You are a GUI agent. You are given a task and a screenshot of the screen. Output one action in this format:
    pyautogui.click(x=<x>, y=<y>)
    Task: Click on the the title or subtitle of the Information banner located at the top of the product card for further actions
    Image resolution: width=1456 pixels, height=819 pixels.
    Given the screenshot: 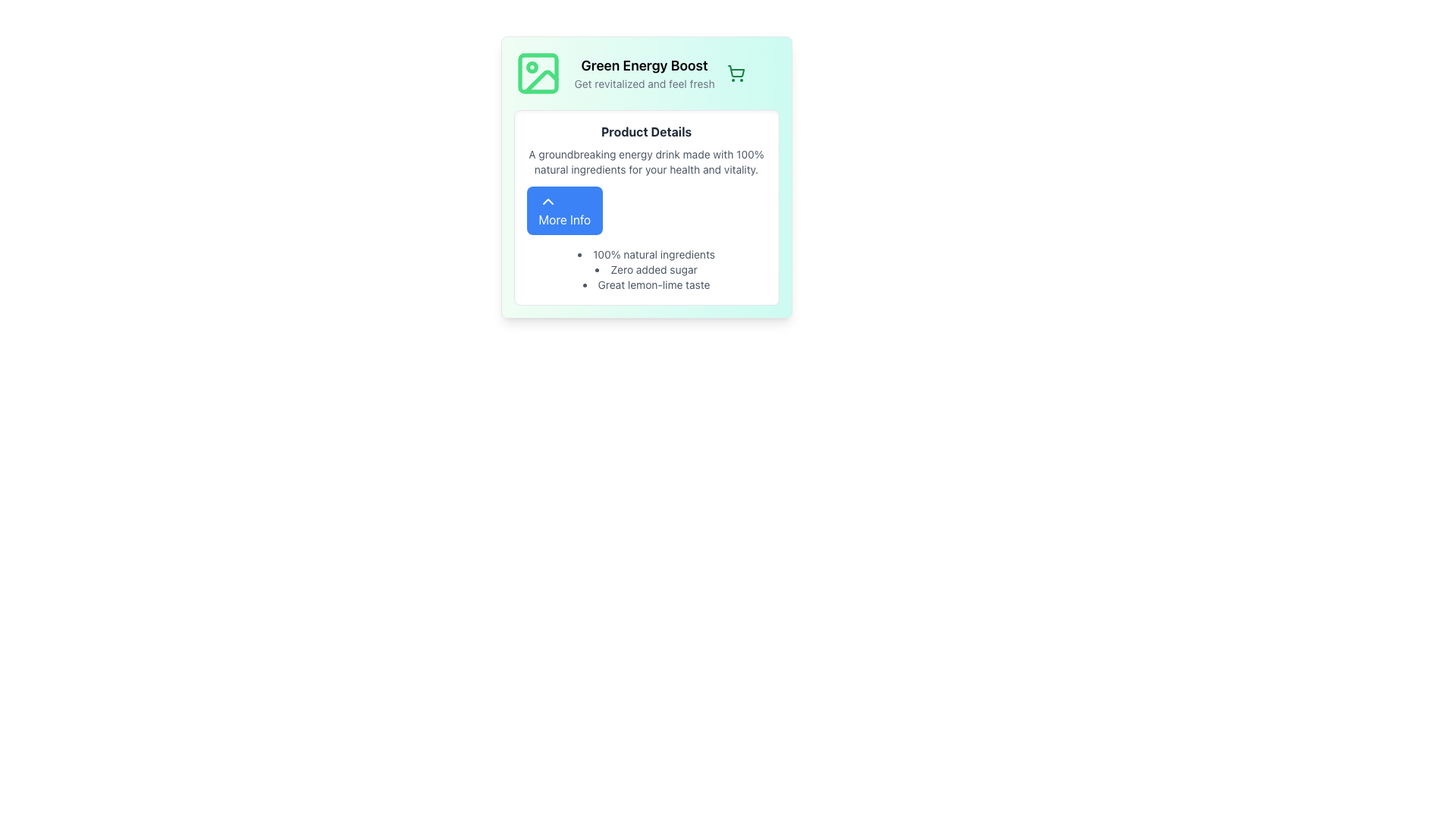 What is the action you would take?
    pyautogui.click(x=646, y=73)
    